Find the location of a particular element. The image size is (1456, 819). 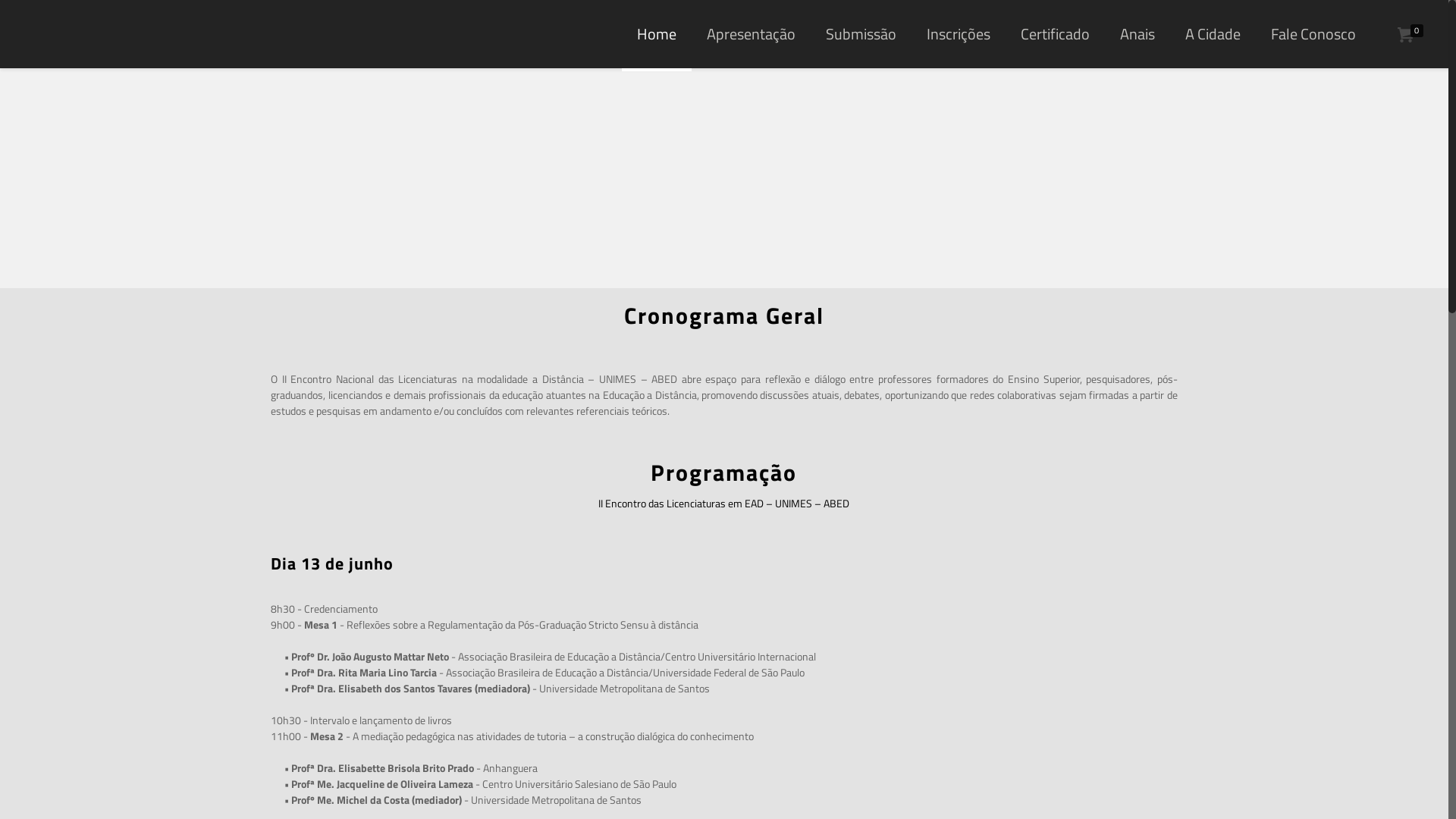

'0' is located at coordinates (1411, 34).